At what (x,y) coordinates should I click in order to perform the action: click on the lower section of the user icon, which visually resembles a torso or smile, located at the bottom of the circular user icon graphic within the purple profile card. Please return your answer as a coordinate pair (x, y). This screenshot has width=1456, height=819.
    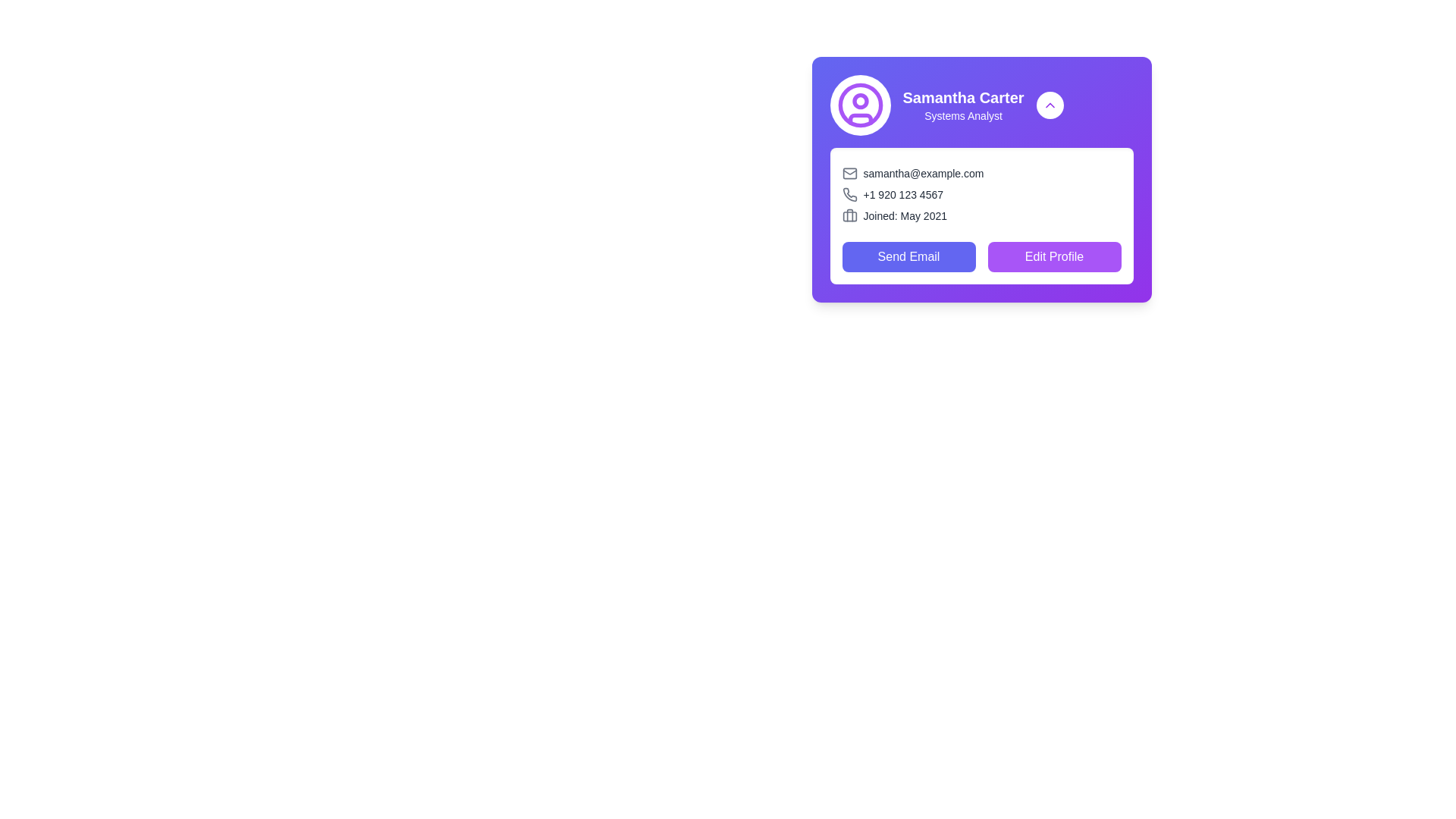
    Looking at the image, I should click on (860, 118).